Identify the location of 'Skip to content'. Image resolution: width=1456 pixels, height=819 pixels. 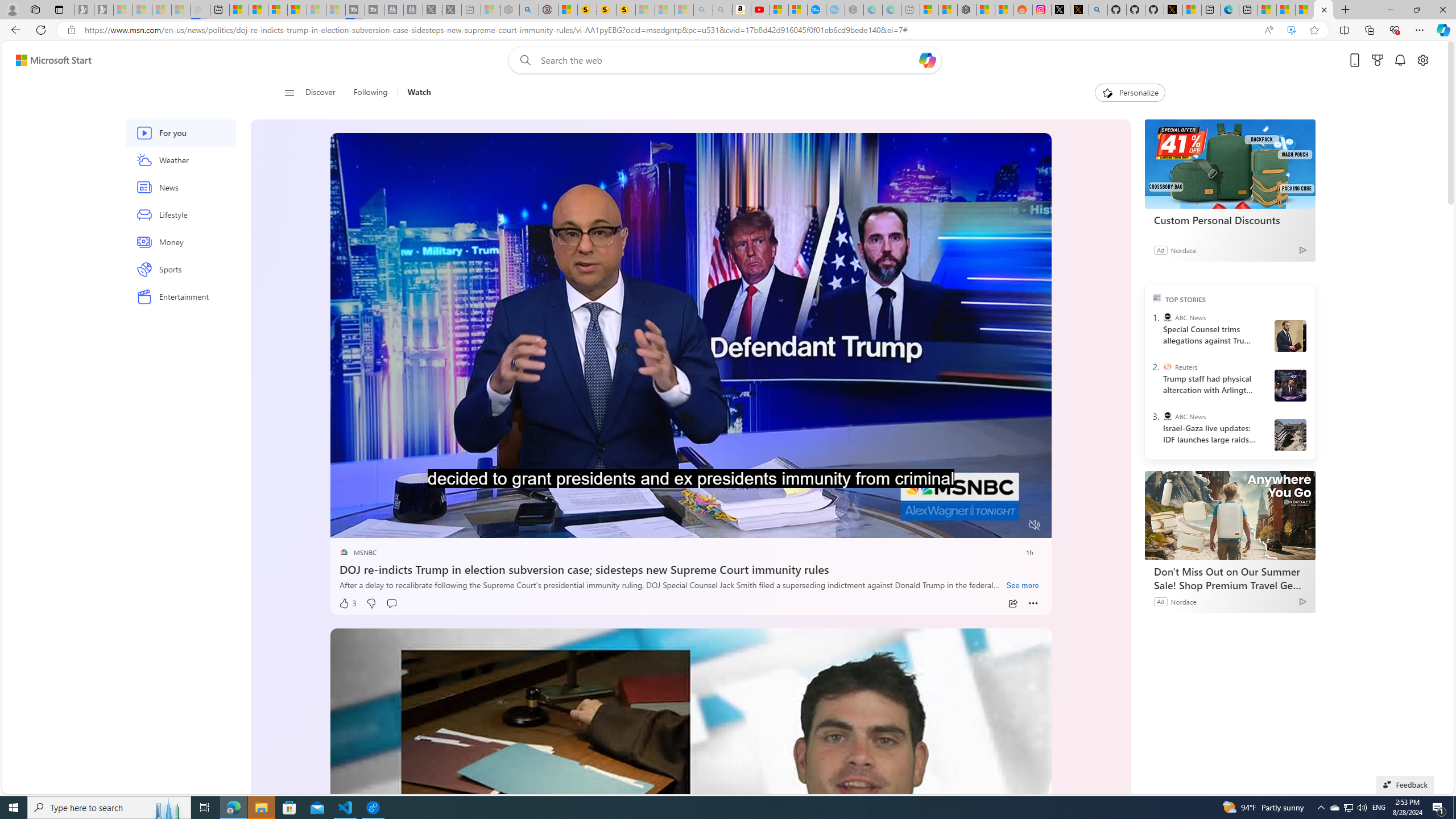
(49, 59).